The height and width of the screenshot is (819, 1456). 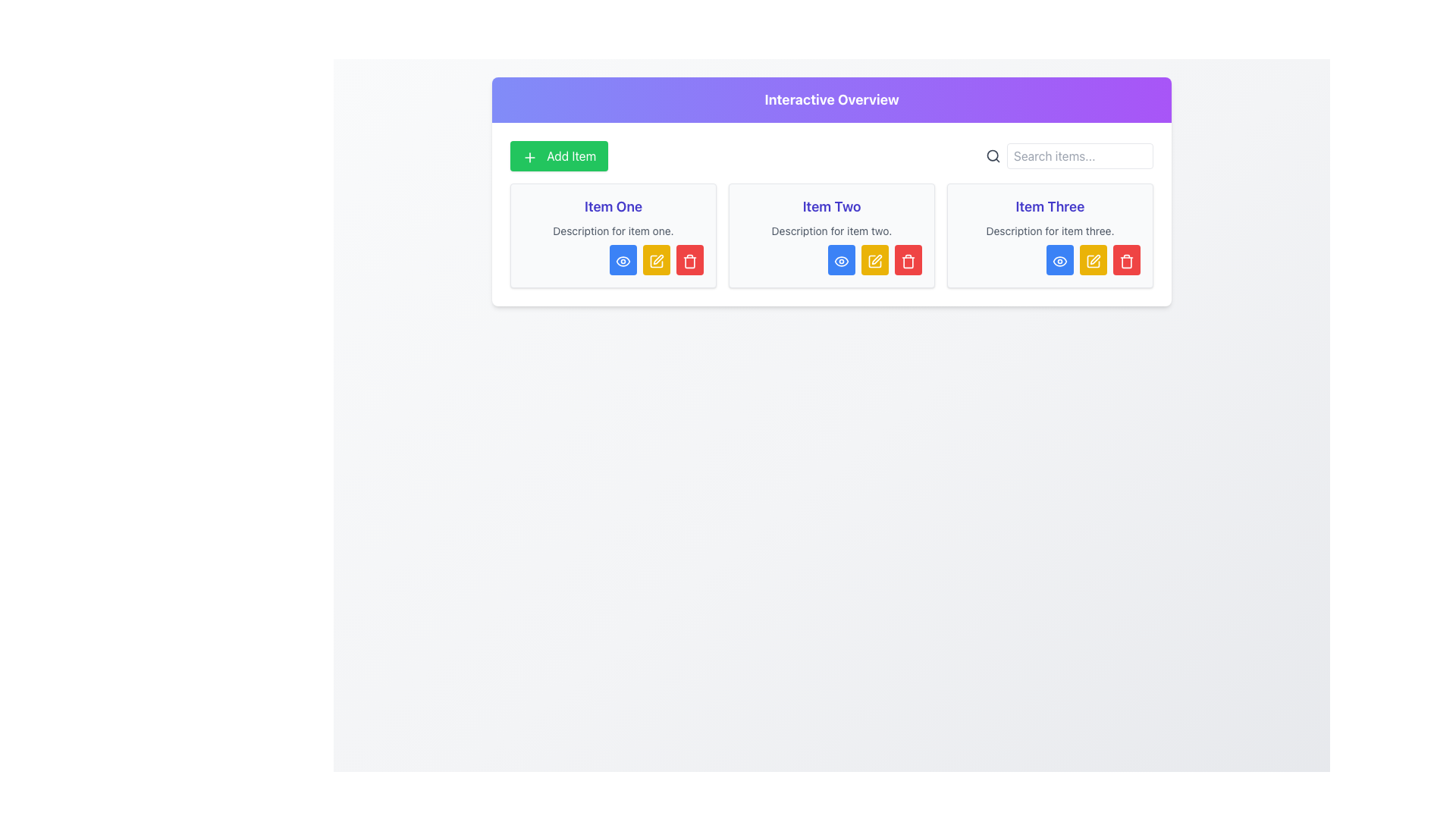 I want to click on the edit button for 'Item Three', which is the second button in the sequence of control buttons associated with the item, located between the blue eye icon and the red trash can icon, so click(x=1093, y=259).